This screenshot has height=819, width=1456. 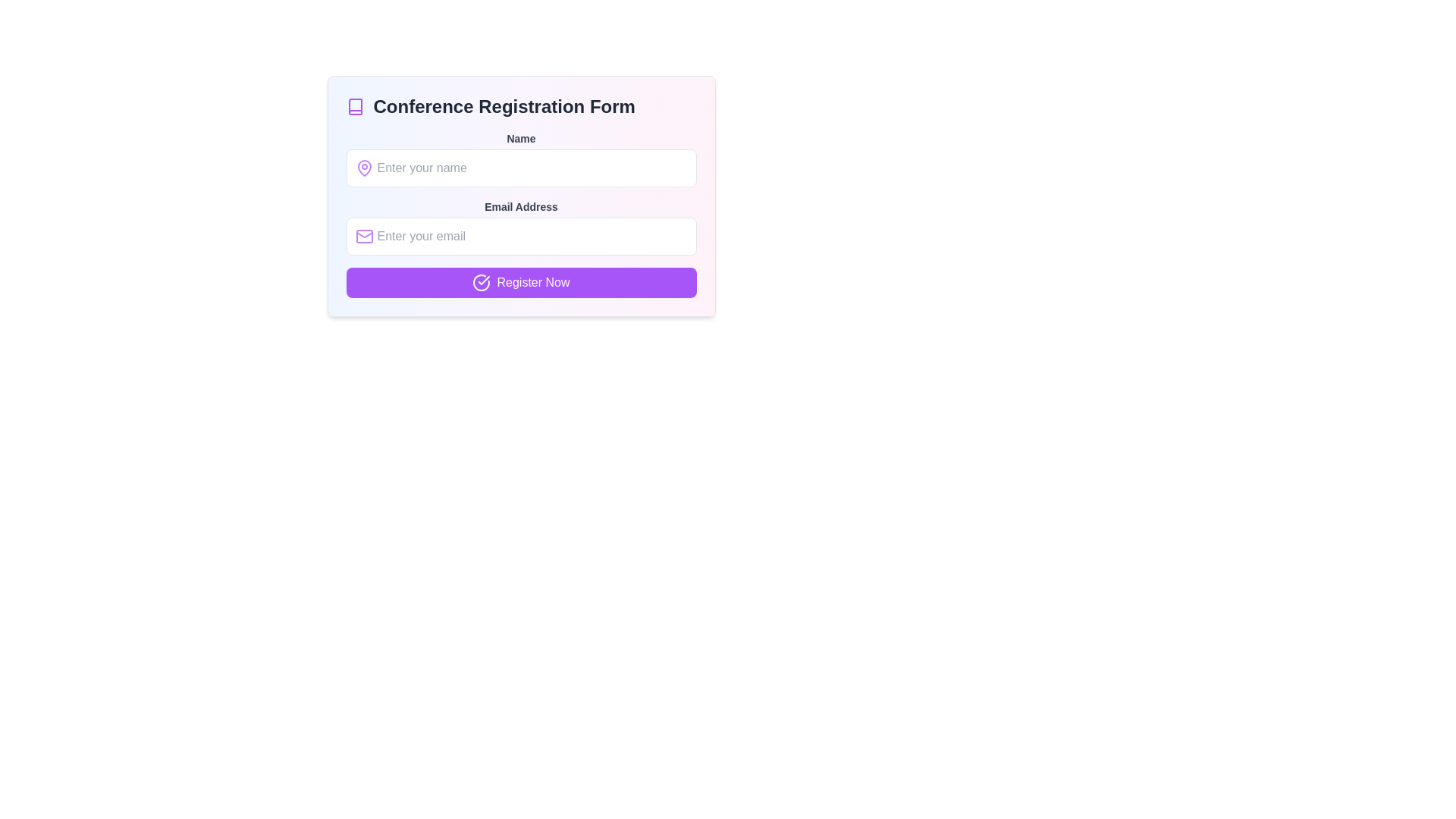 What do you see at coordinates (521, 283) in the screenshot?
I see `the 'Register Now' button with a vivid purple background and white text` at bounding box center [521, 283].